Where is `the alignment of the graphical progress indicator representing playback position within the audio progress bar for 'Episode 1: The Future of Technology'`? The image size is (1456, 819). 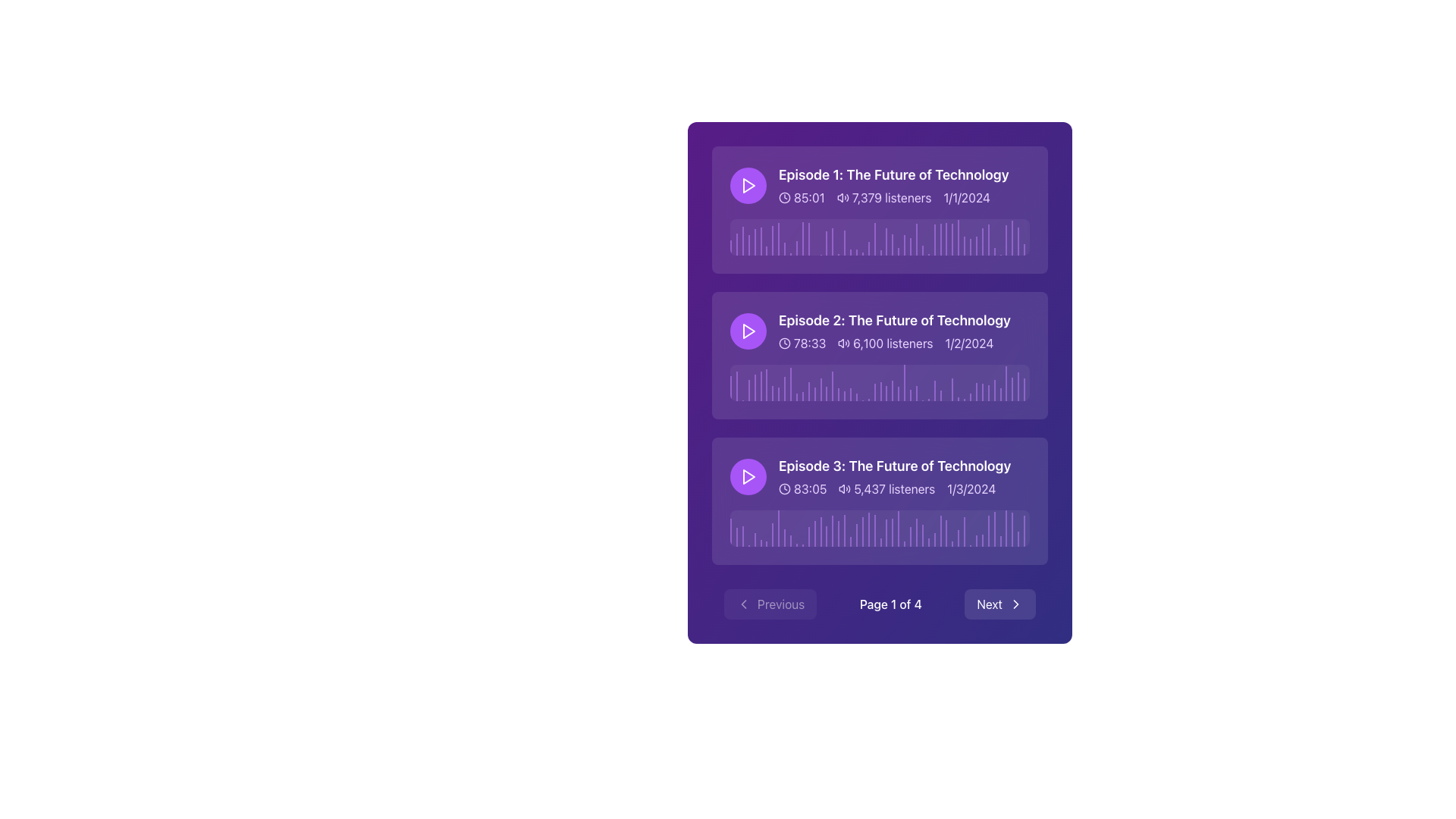
the alignment of the graphical progress indicator representing playback position within the audio progress bar for 'Episode 1: The Future of Technology' is located at coordinates (915, 239).